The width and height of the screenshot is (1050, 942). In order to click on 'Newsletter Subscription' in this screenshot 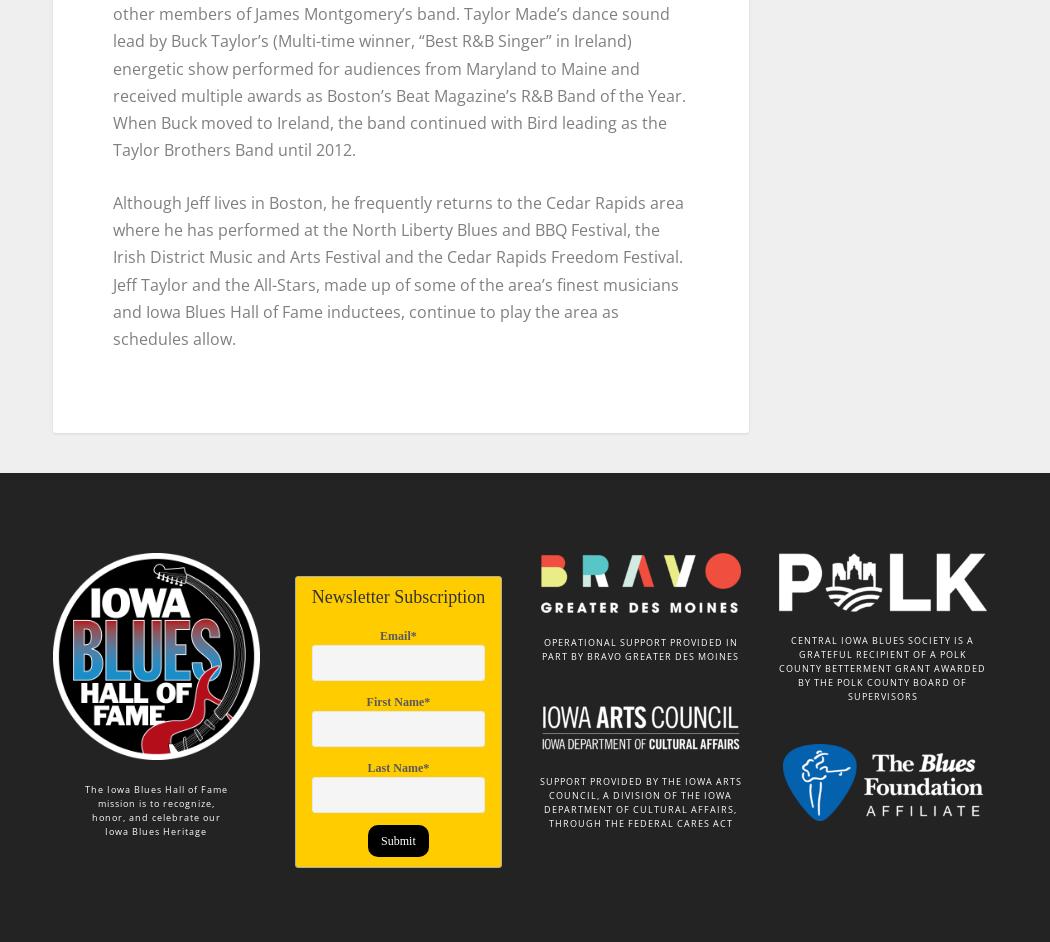, I will do `click(397, 586)`.